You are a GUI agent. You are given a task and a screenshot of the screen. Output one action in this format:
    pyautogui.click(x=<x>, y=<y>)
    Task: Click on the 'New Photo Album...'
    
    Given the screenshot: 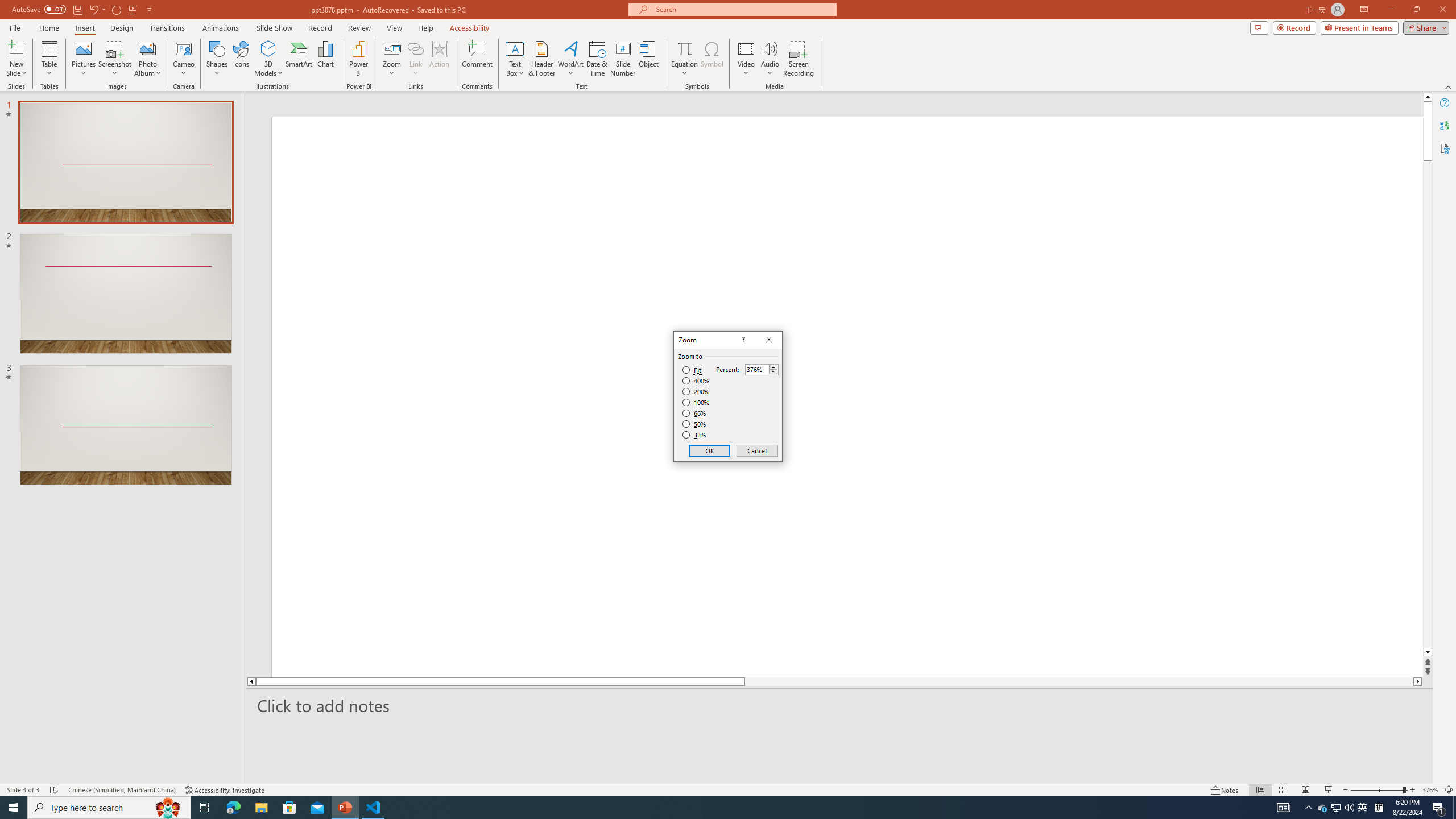 What is the action you would take?
    pyautogui.click(x=147, y=48)
    